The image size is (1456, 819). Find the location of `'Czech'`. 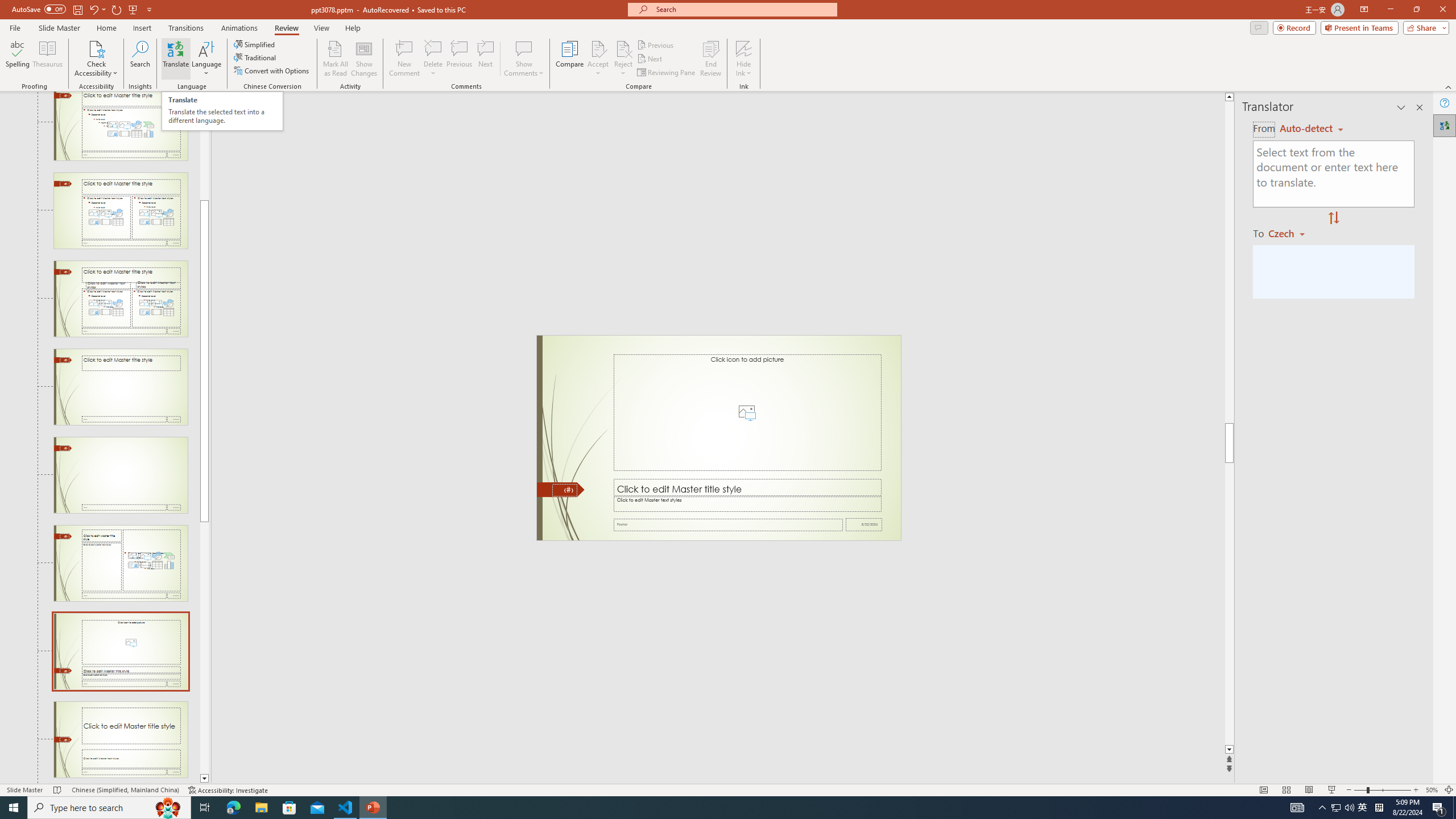

'Czech' is located at coordinates (1291, 233).